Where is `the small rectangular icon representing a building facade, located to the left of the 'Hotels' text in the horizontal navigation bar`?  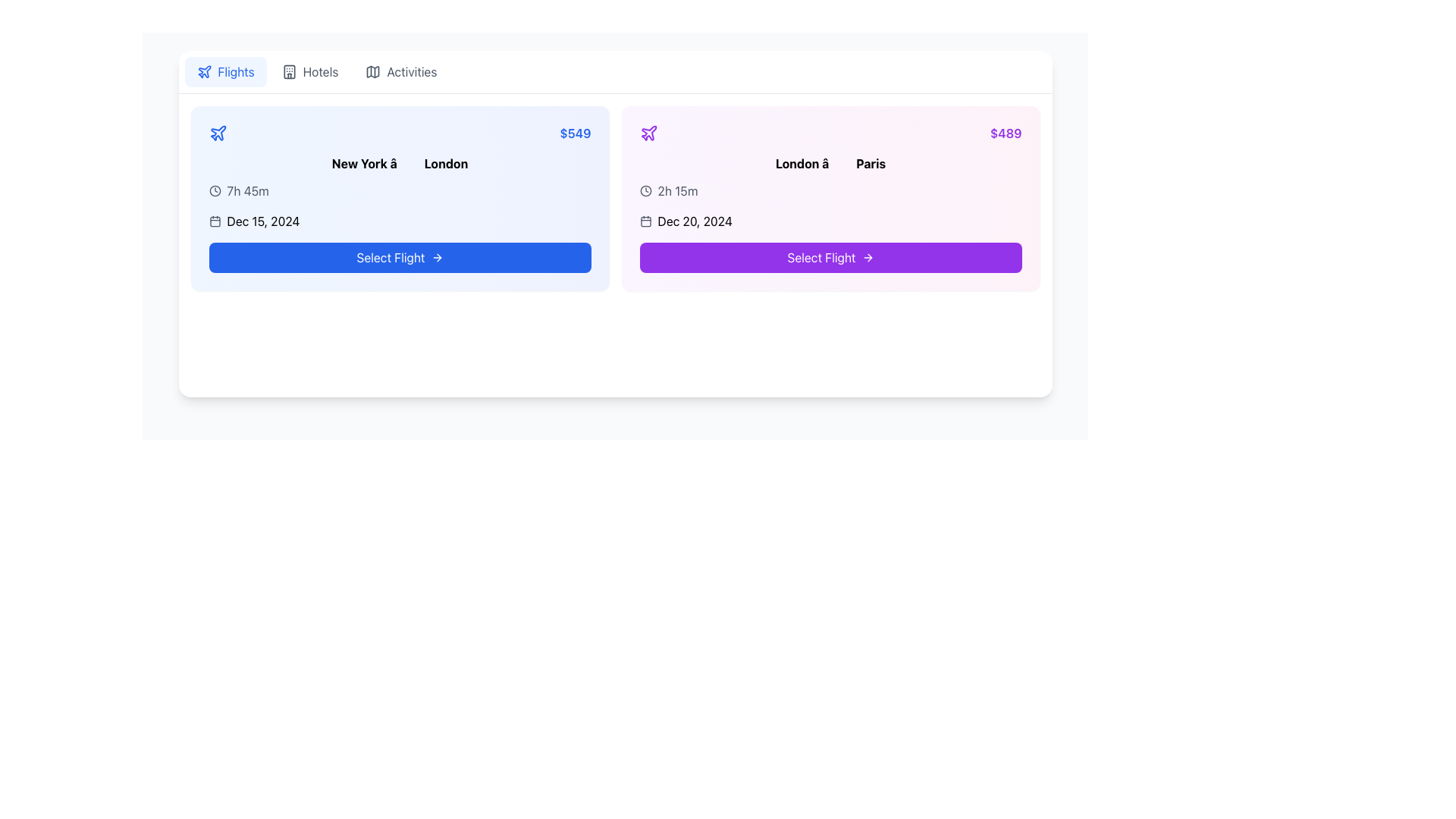 the small rectangular icon representing a building facade, located to the left of the 'Hotels' text in the horizontal navigation bar is located at coordinates (289, 72).